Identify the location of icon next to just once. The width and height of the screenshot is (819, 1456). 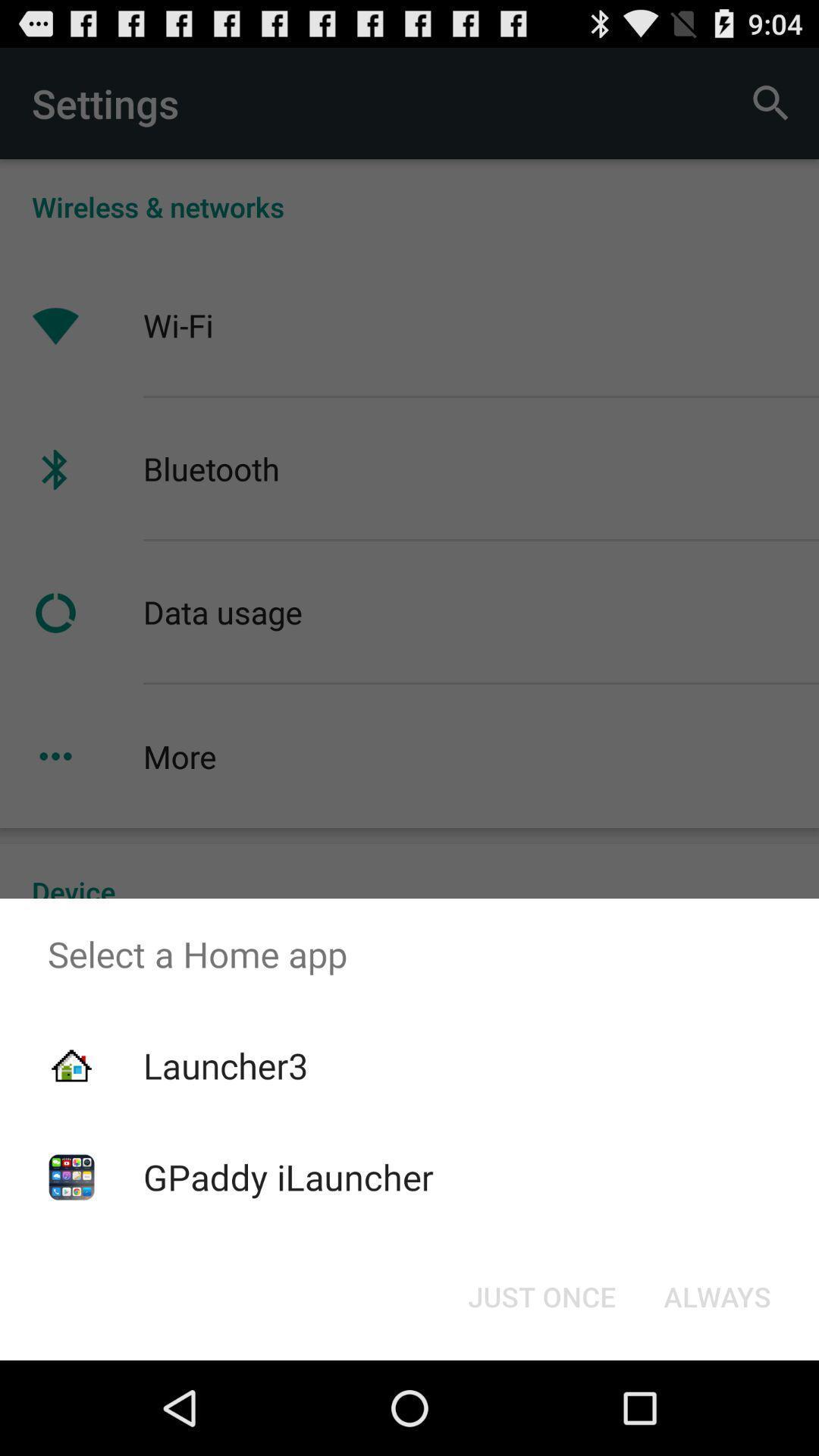
(717, 1295).